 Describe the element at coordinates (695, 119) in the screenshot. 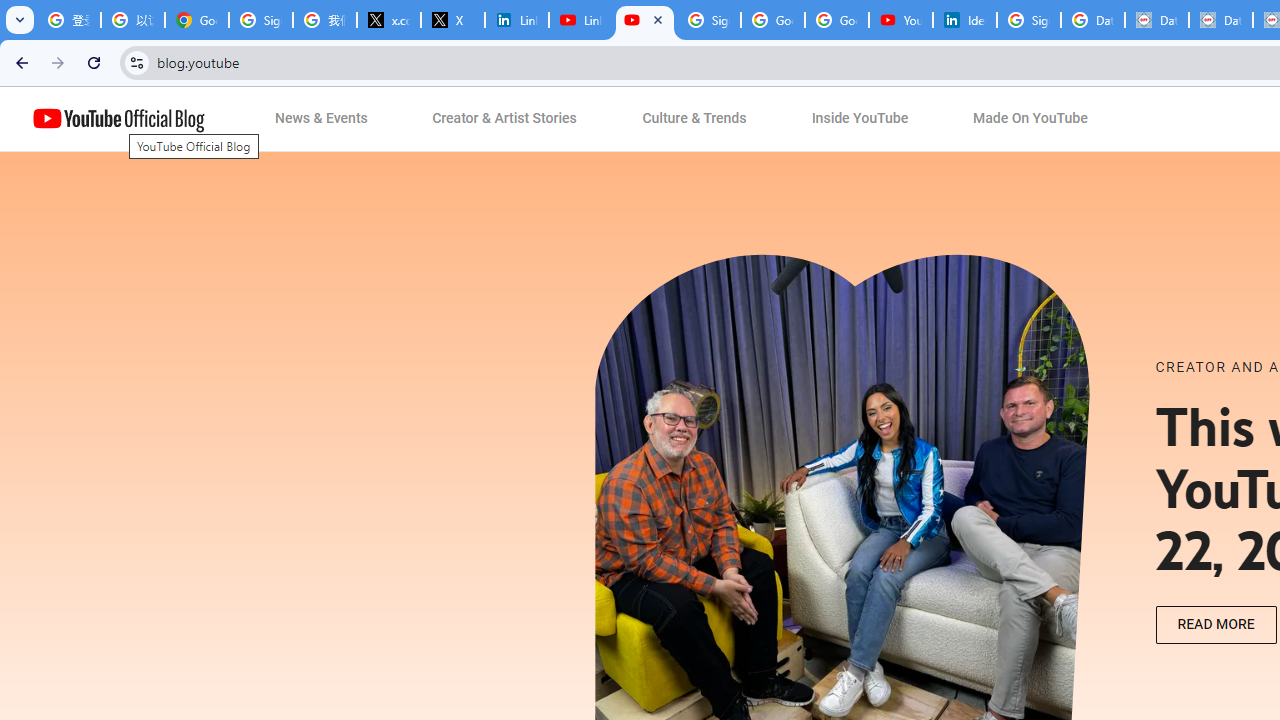

I see `'Culture & Trends'` at that location.